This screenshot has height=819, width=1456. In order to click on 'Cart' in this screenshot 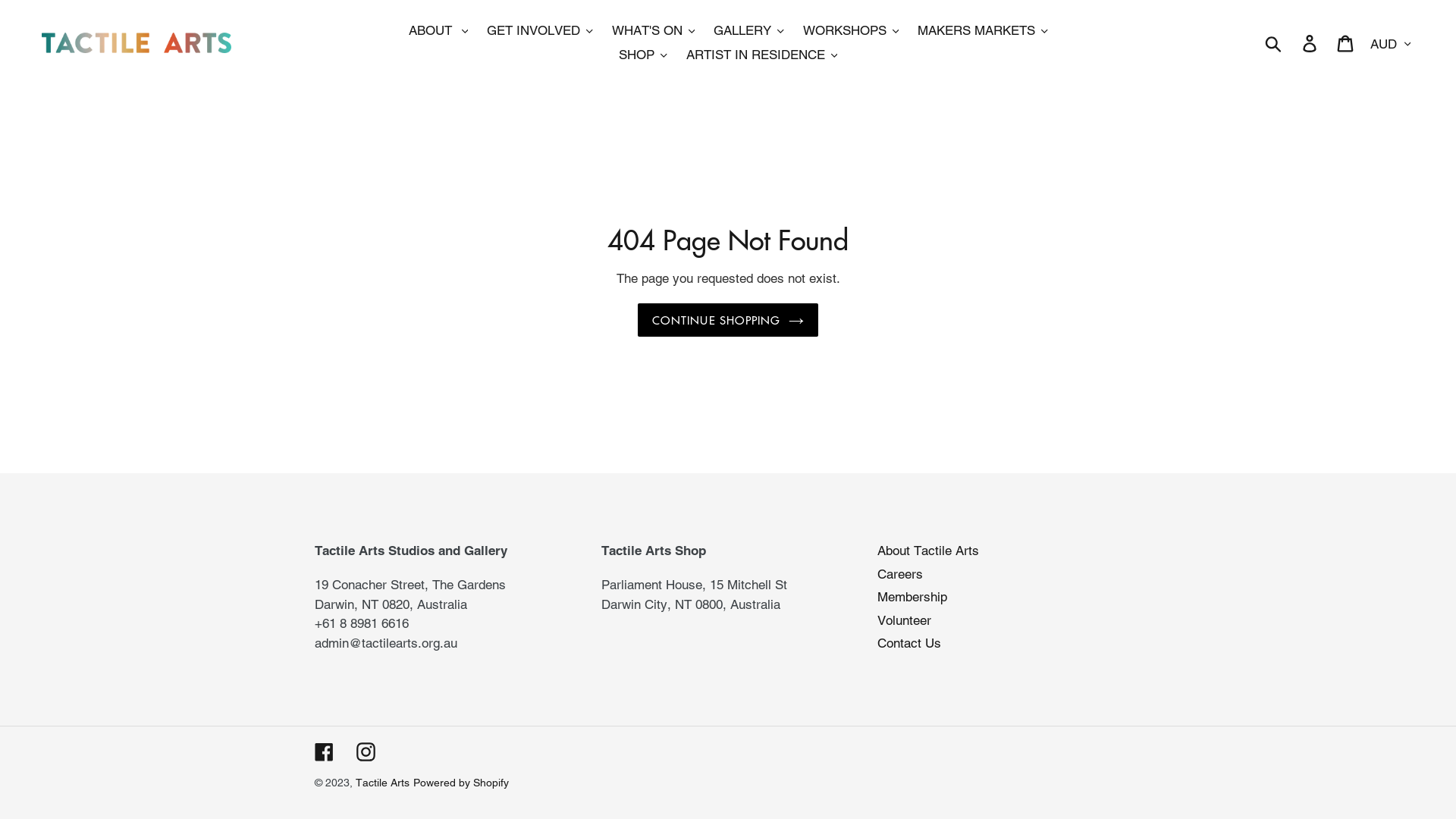, I will do `click(1346, 42)`.